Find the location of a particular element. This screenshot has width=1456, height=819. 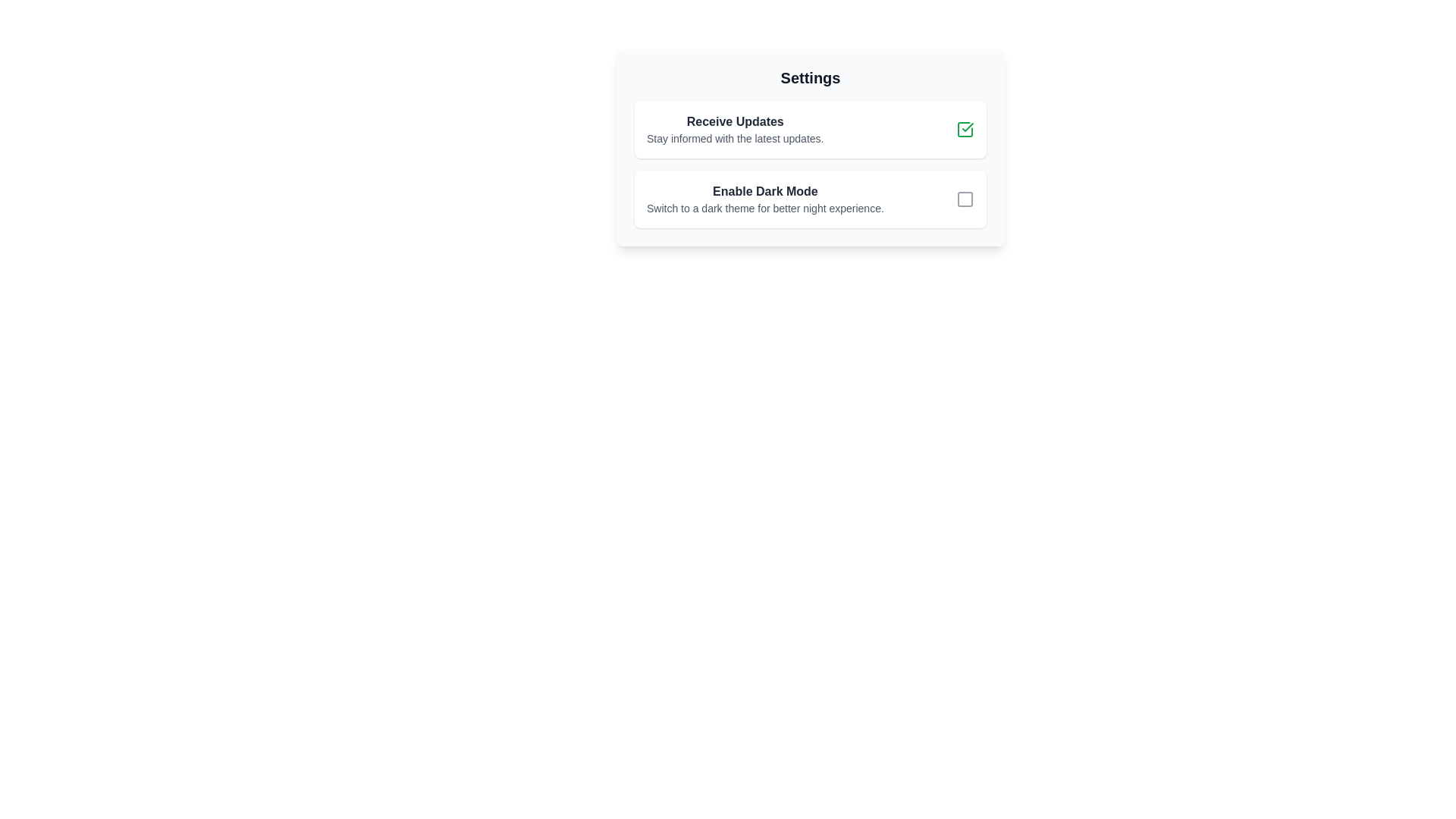

the 'Receive Updates' text block, which has a bold title and a lighter subheading, located in the upper section of a card-like UI component is located at coordinates (735, 128).